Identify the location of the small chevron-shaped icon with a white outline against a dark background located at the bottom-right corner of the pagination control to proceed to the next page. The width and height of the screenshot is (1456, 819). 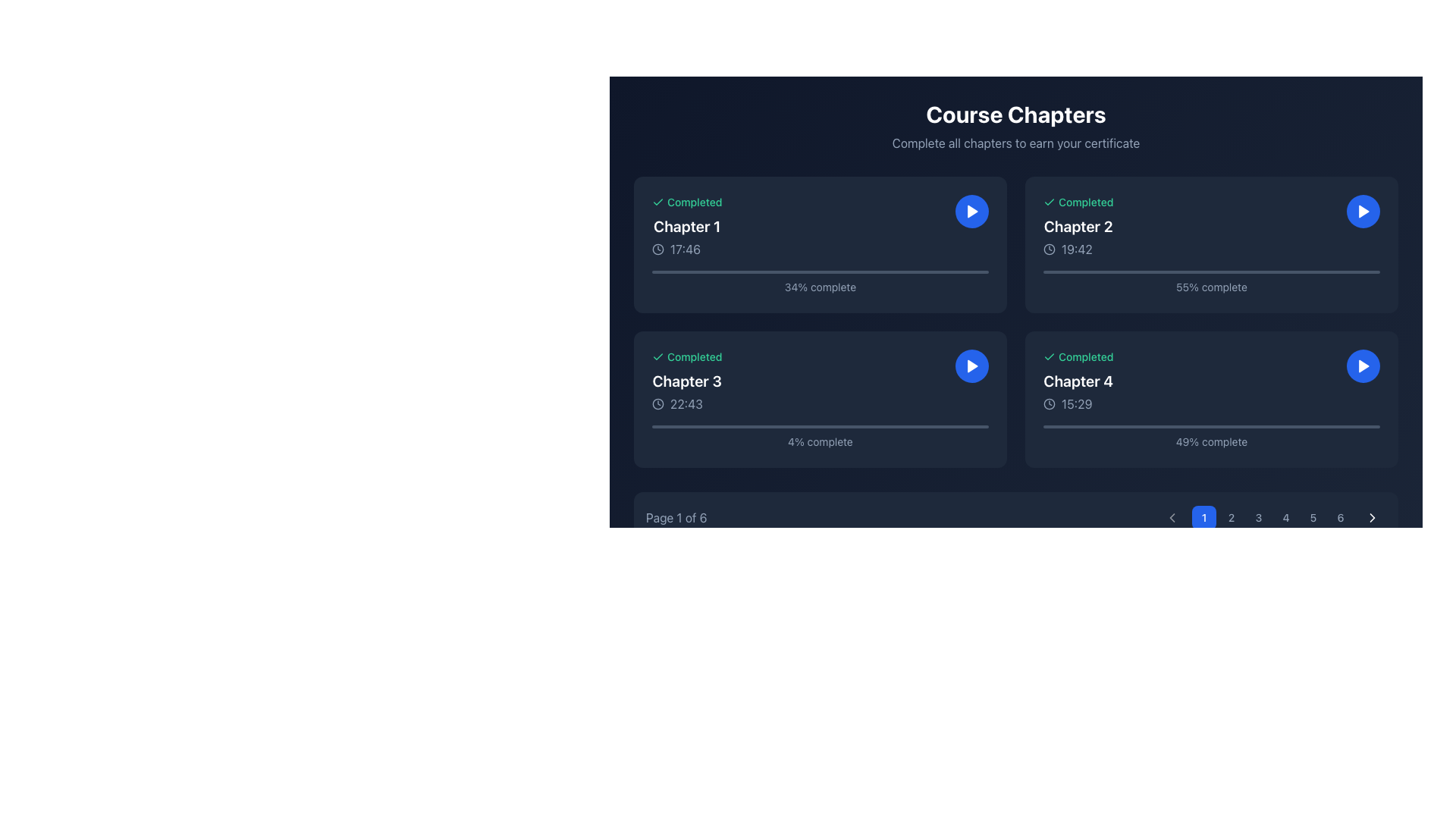
(1372, 516).